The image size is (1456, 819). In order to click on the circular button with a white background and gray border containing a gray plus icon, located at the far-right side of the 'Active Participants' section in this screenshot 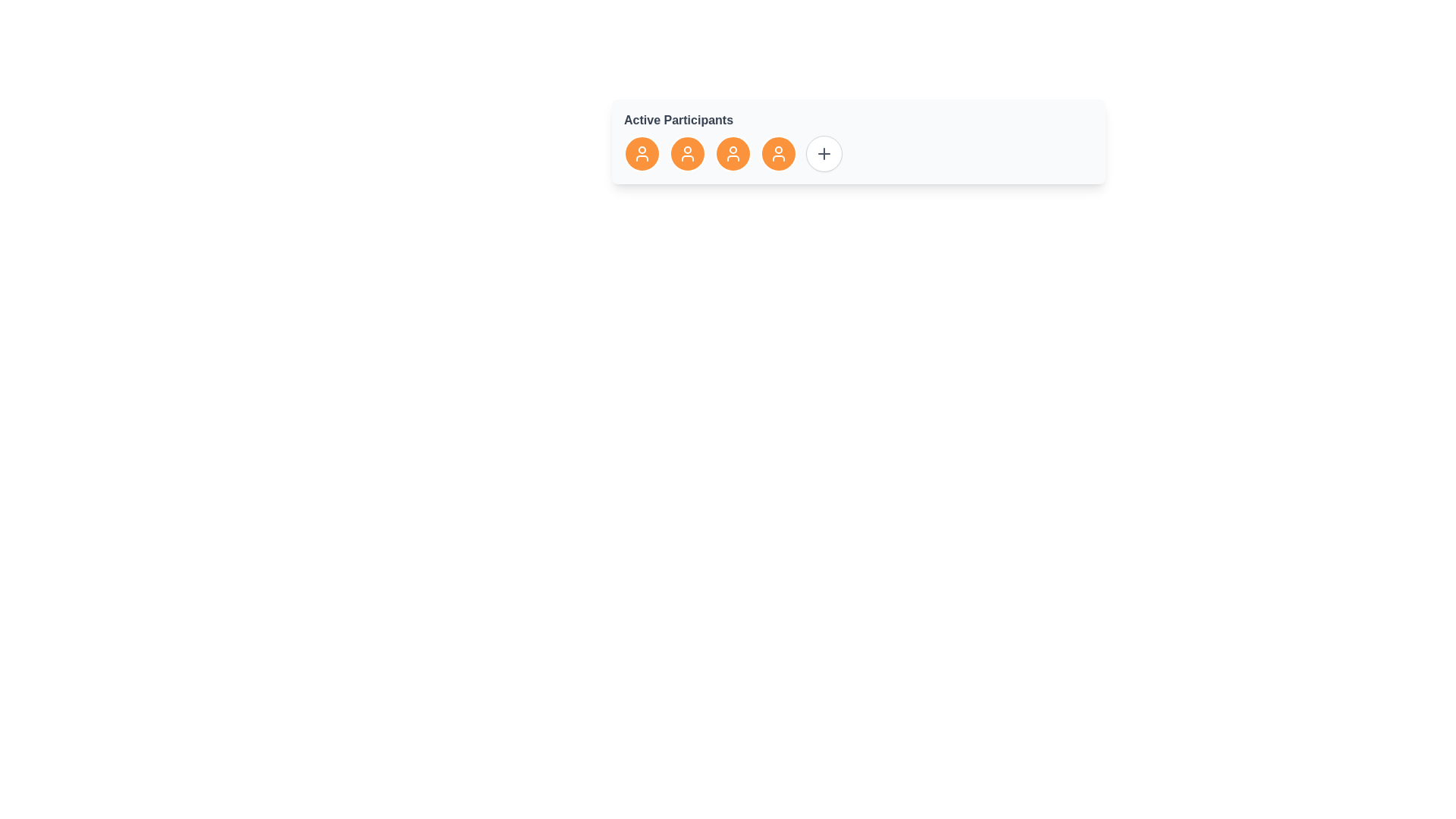, I will do `click(823, 154)`.